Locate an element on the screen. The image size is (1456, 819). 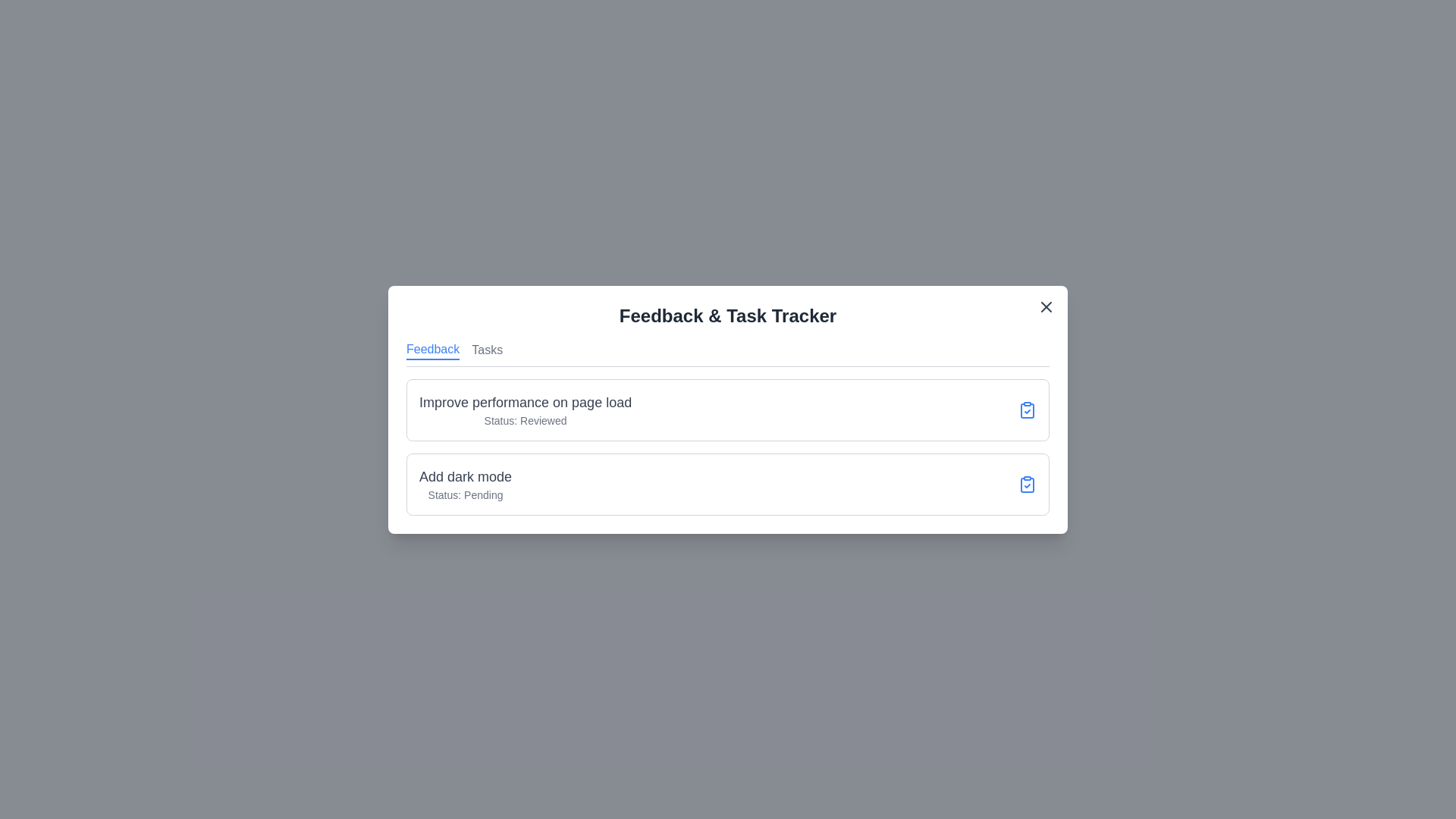
the 'Feedback' interactive tab in the header section is located at coordinates (432, 350).